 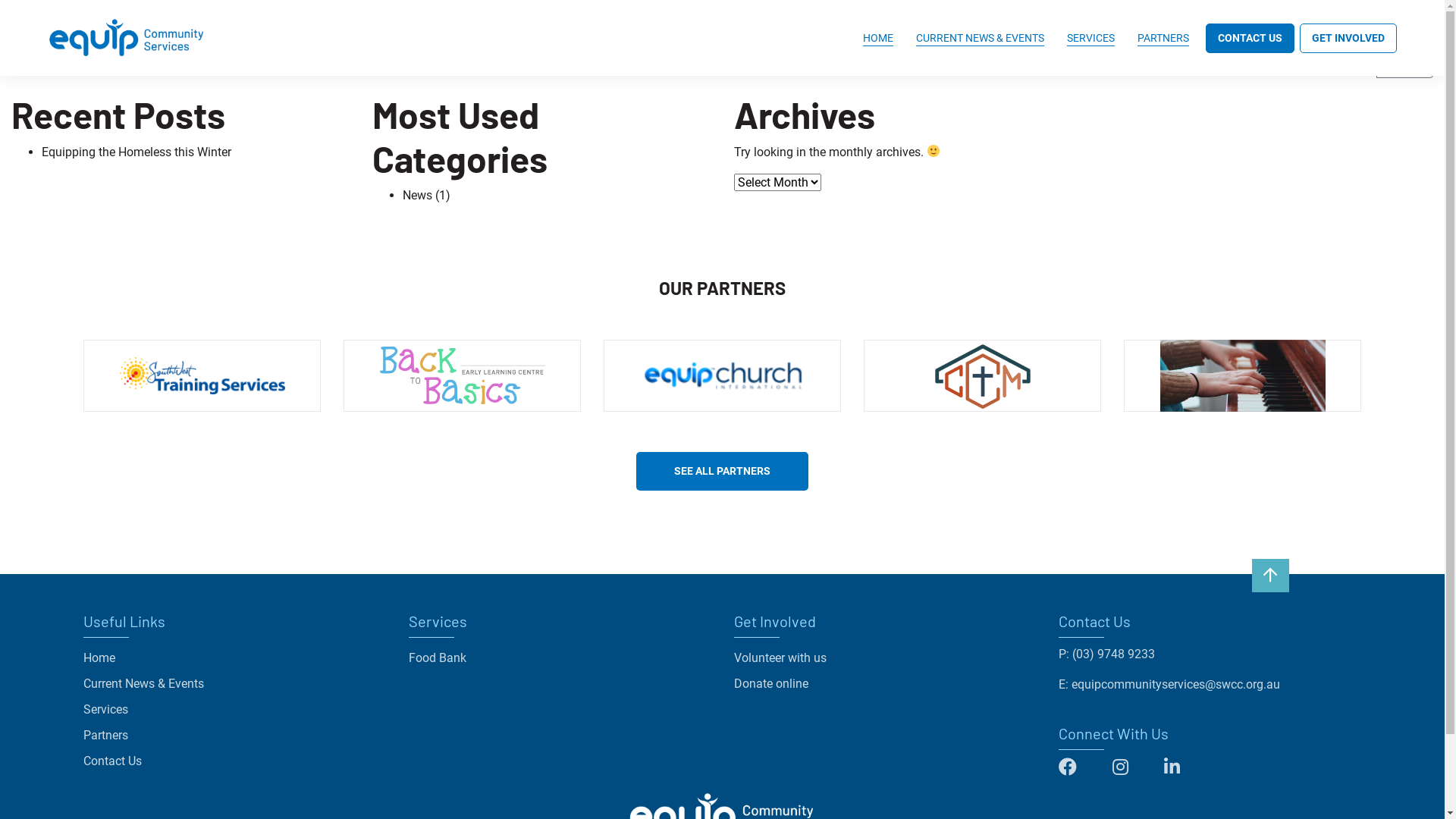 I want to click on 'Search', so click(x=1404, y=63).